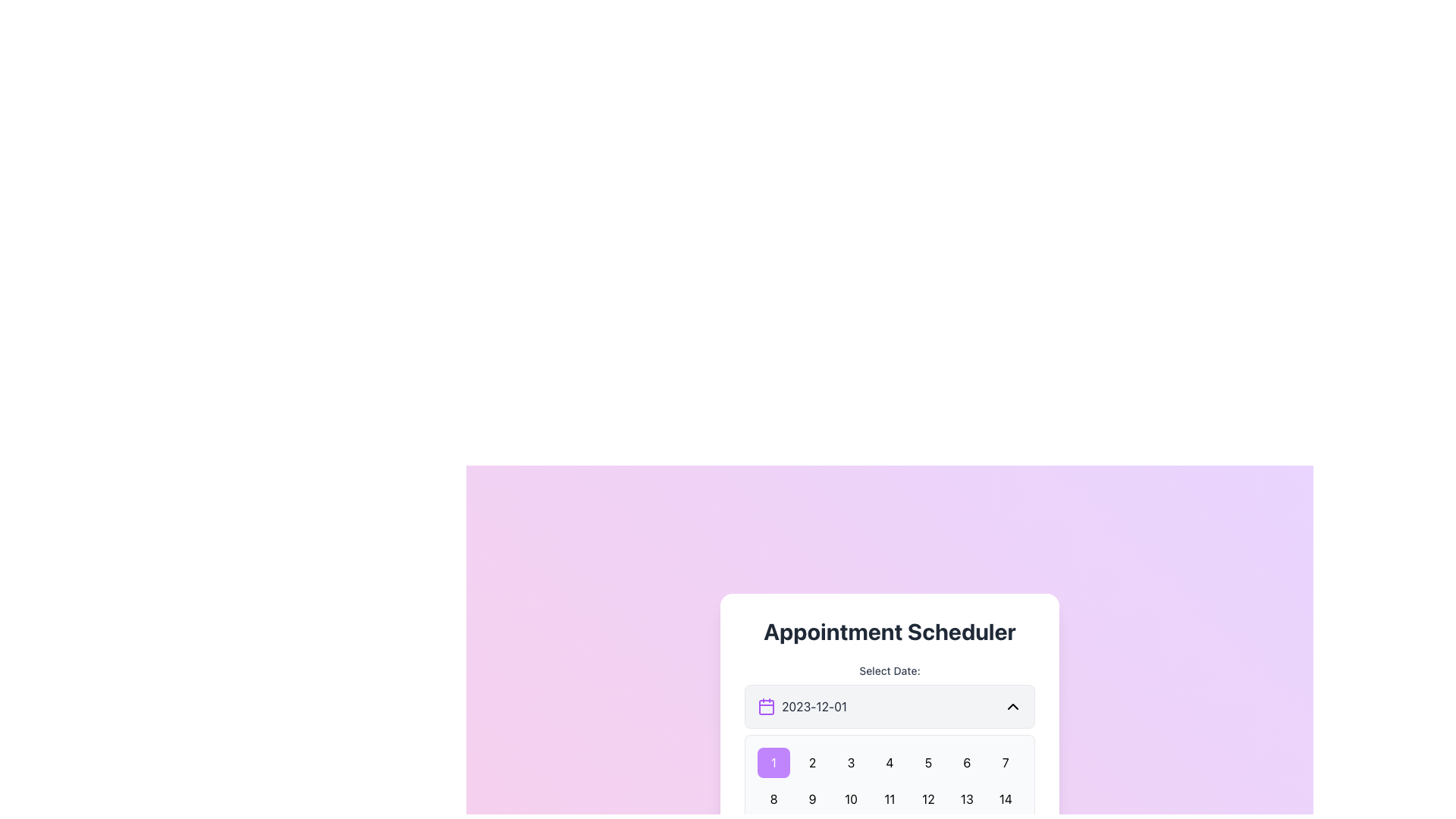  I want to click on the rectangular button with a rounded border labeled '4', so click(890, 763).